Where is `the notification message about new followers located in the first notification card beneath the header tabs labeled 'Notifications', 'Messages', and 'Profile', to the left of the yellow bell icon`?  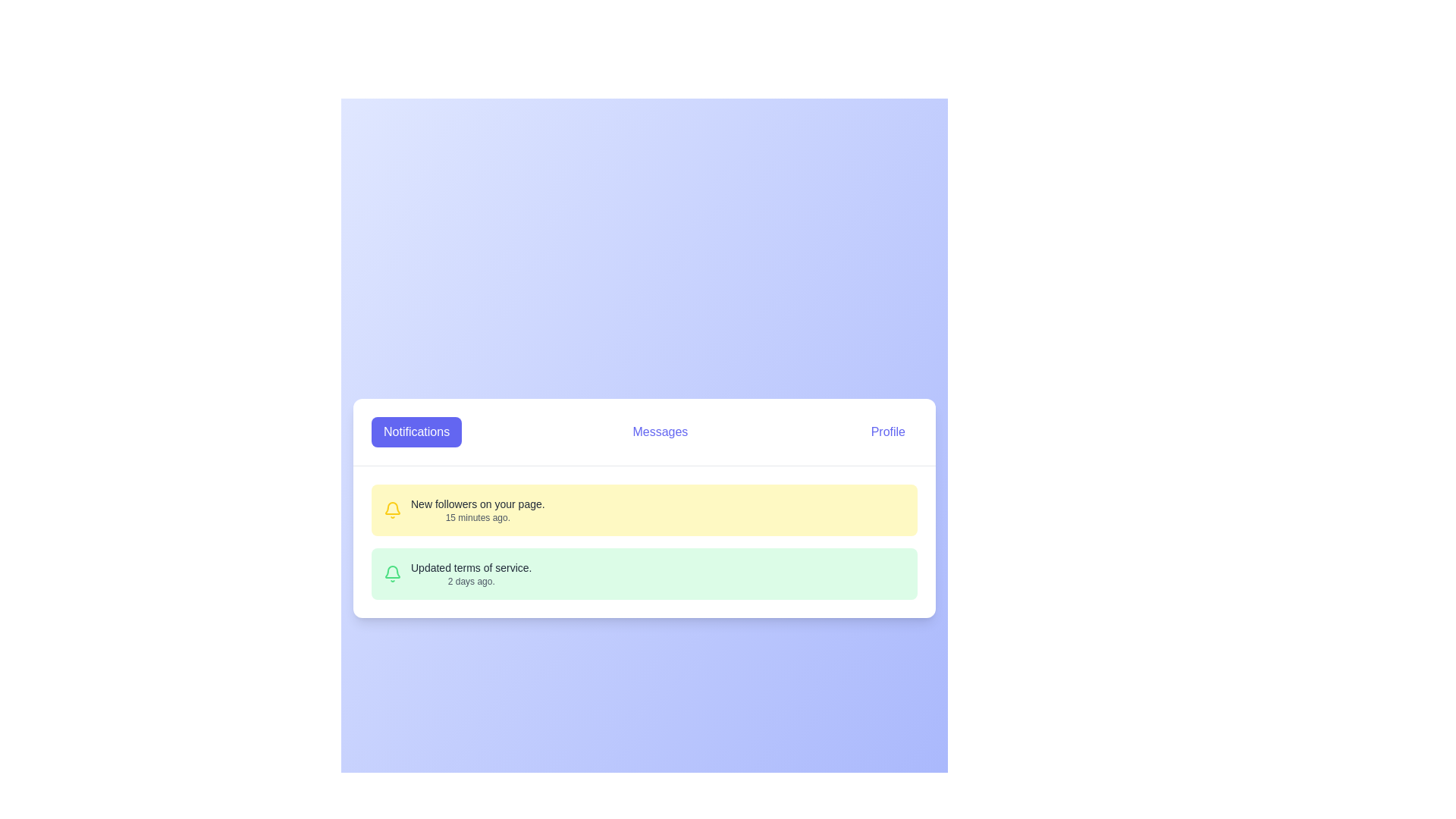 the notification message about new followers located in the first notification card beneath the header tabs labeled 'Notifications', 'Messages', and 'Profile', to the left of the yellow bell icon is located at coordinates (477, 510).